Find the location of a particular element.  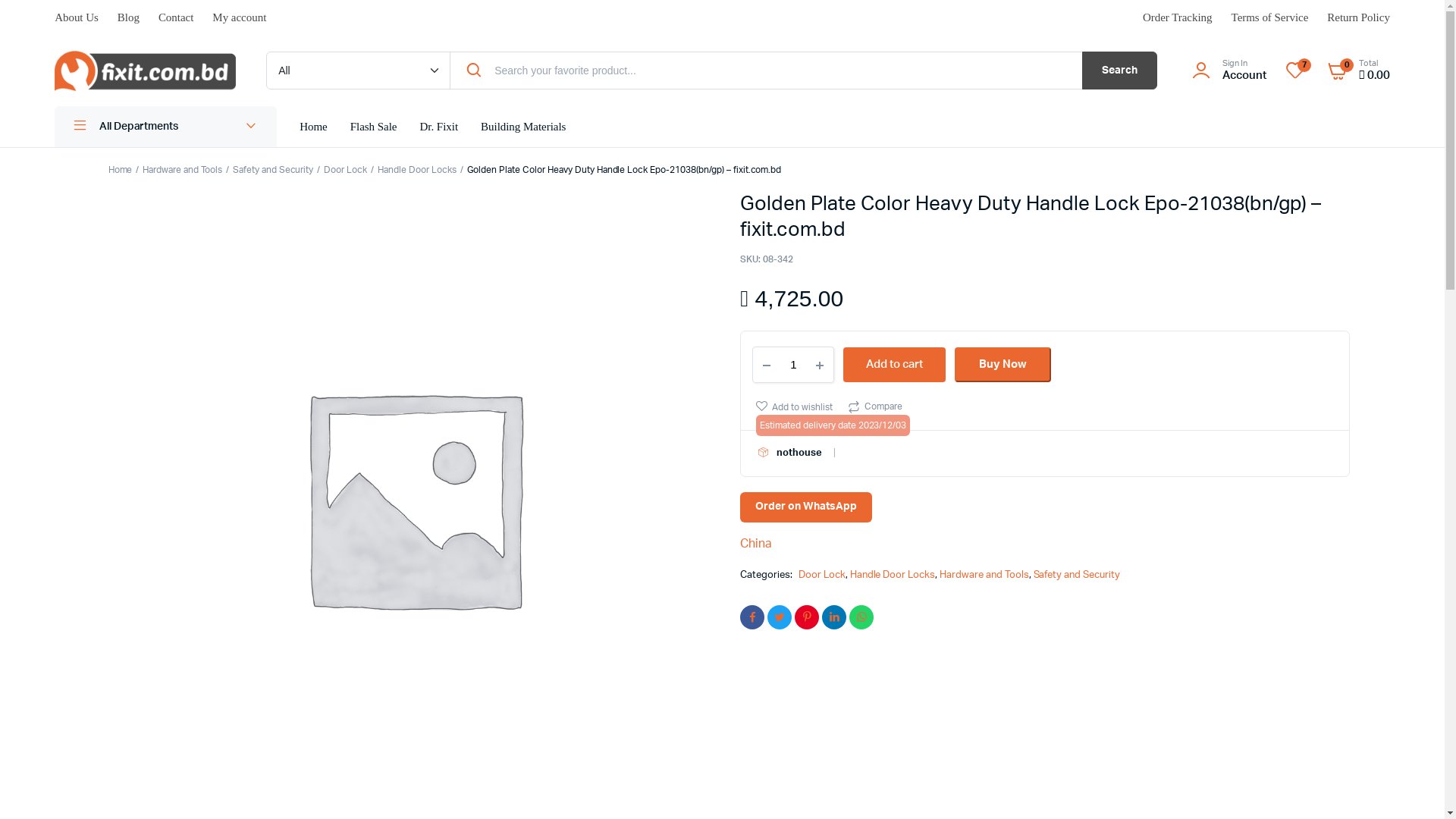

'Terms of Service' is located at coordinates (1270, 17).